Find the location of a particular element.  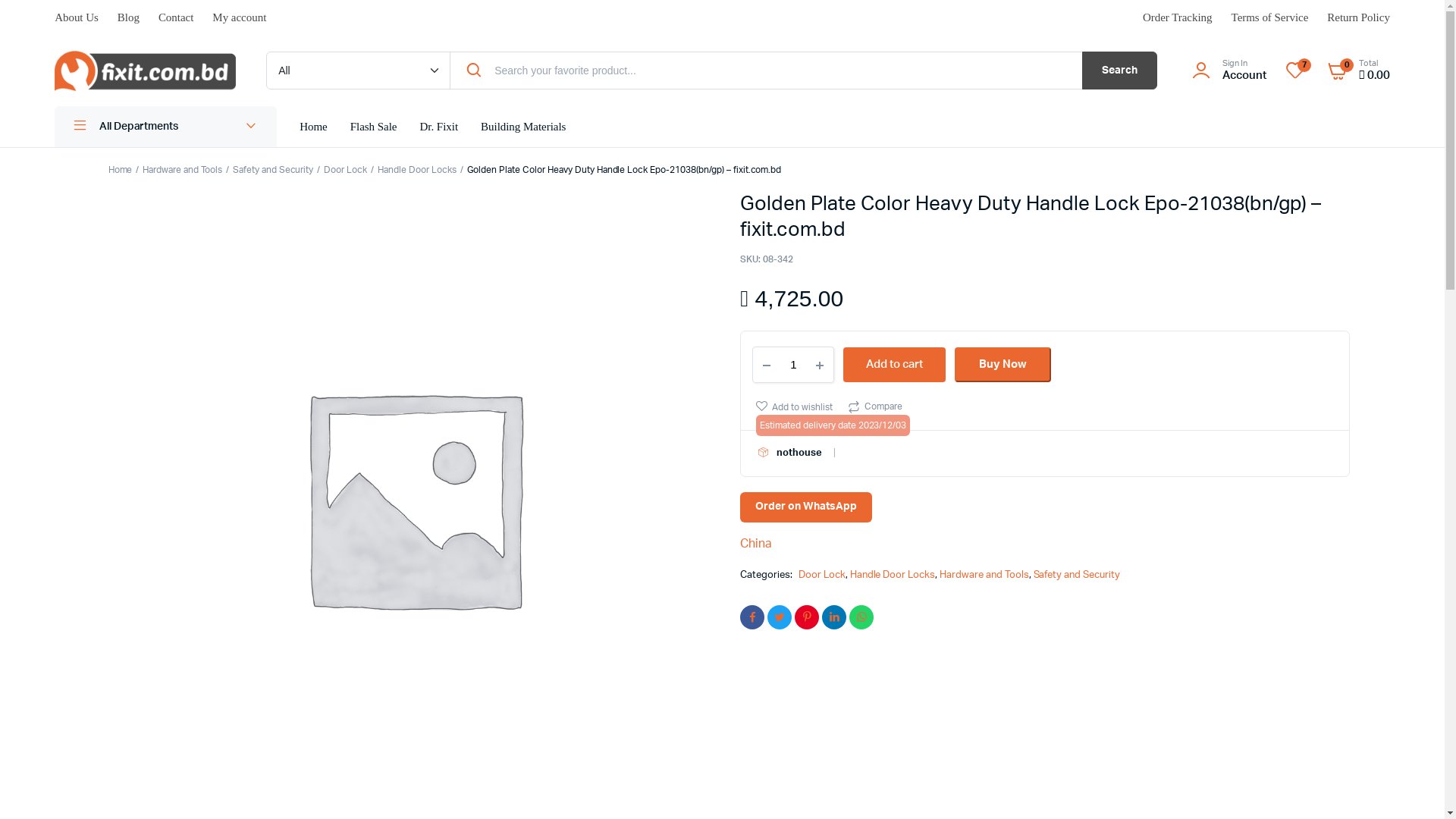

'Terms of Service' is located at coordinates (1270, 17).